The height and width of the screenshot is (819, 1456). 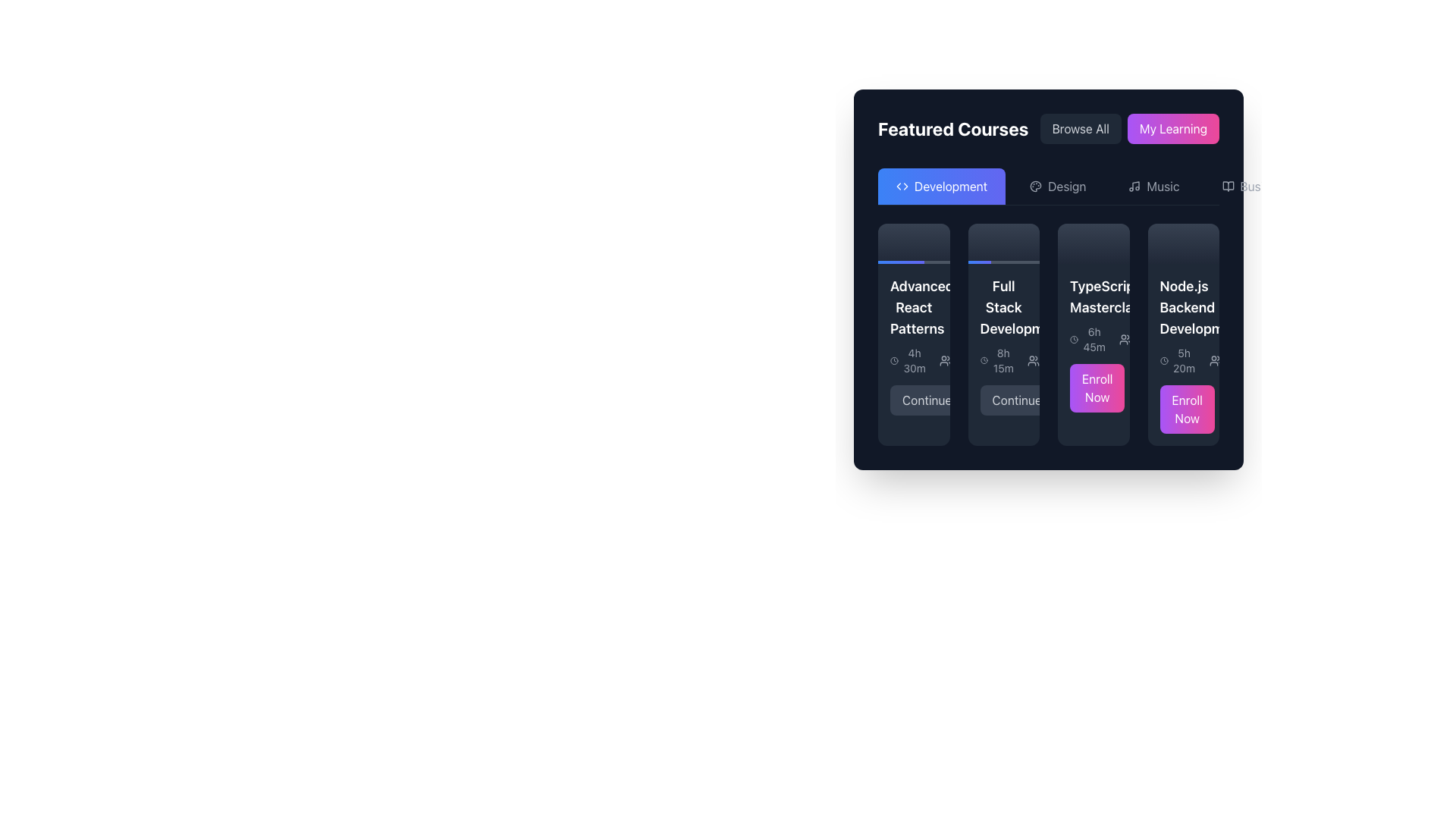 What do you see at coordinates (913, 243) in the screenshot?
I see `the circular play button with a white background and a play symbol` at bounding box center [913, 243].